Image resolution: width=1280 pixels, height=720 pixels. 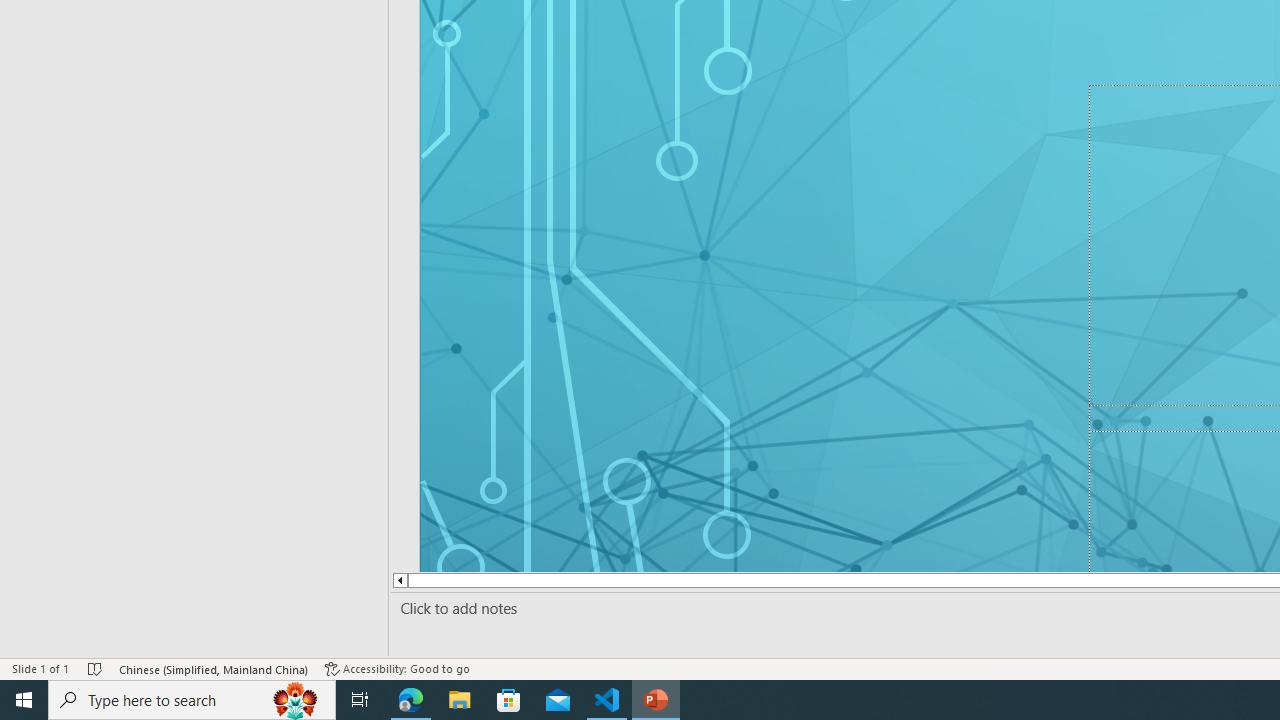 I want to click on 'Accessibility Checker Accessibility: Good to go', so click(x=397, y=669).